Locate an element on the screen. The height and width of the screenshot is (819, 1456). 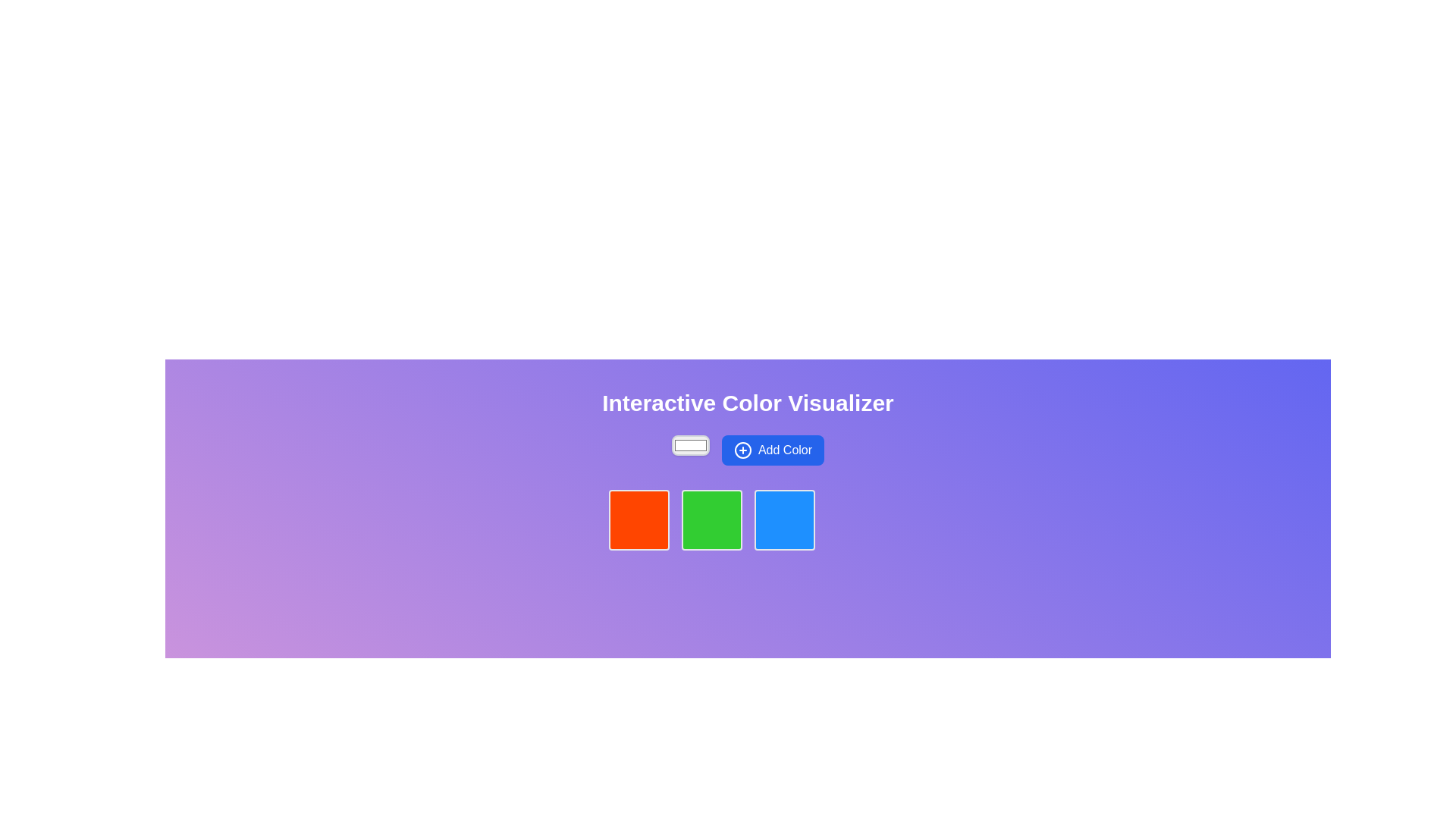
the interactive color component that visually displays a blue color, which is the third square in a row of four squares, located beneath the 'Add Color' button and the input field to observe its hover effect is located at coordinates (784, 519).